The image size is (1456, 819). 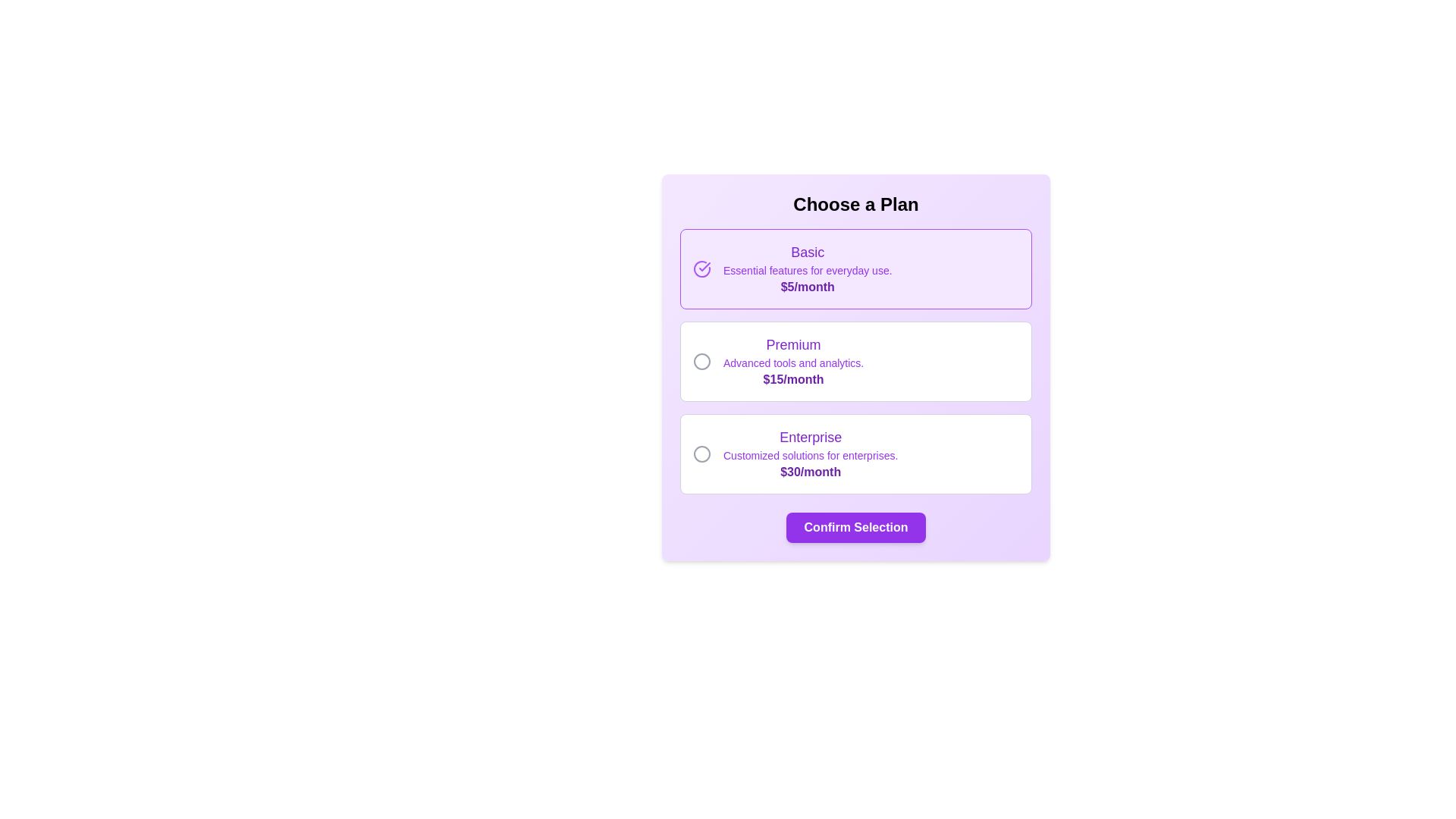 What do you see at coordinates (792, 362) in the screenshot?
I see `the static text that provides a description for the 'Premium' plan, located between the 'Premium' title and the '$15/month' text` at bounding box center [792, 362].